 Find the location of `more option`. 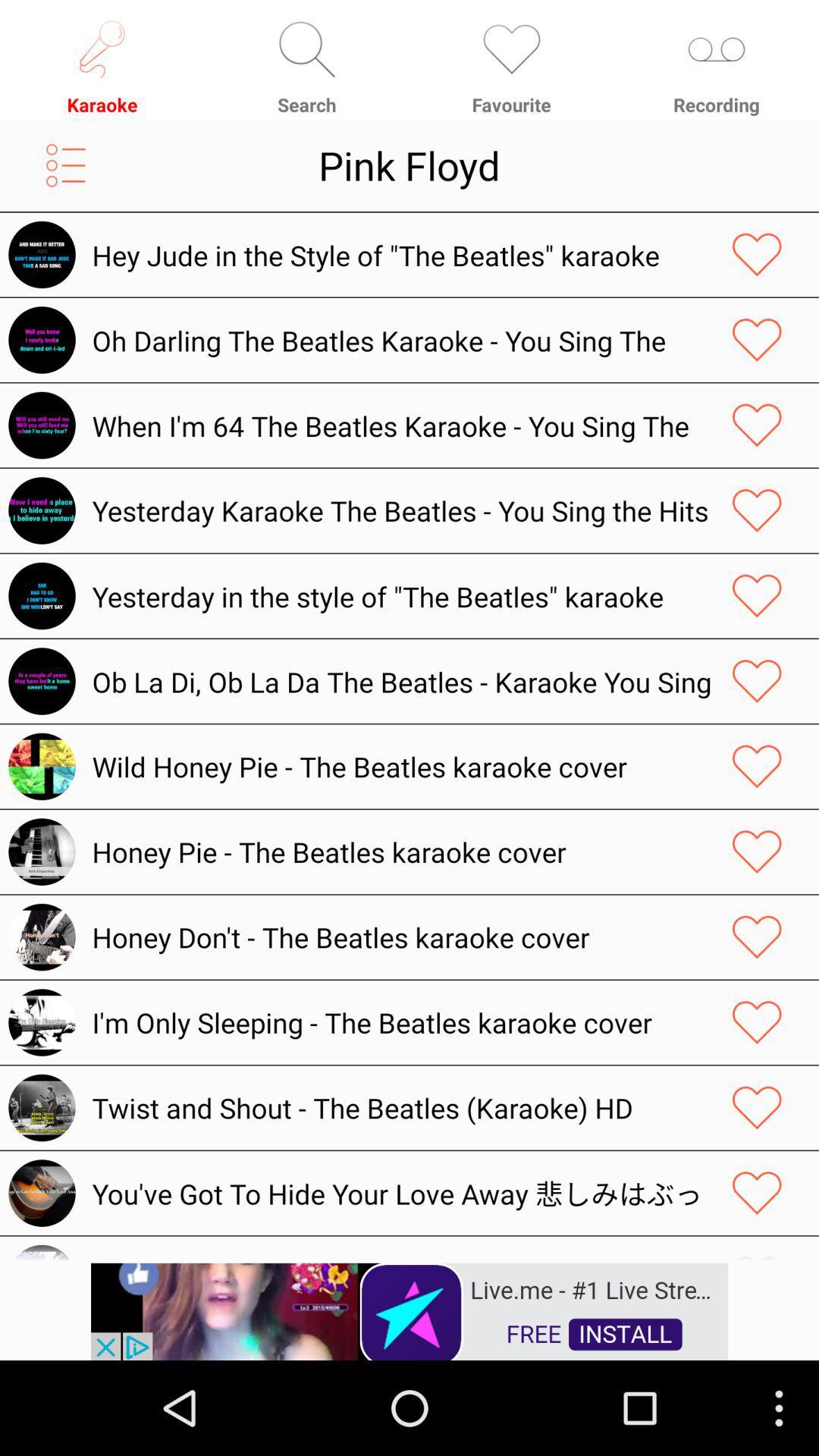

more option is located at coordinates (65, 165).